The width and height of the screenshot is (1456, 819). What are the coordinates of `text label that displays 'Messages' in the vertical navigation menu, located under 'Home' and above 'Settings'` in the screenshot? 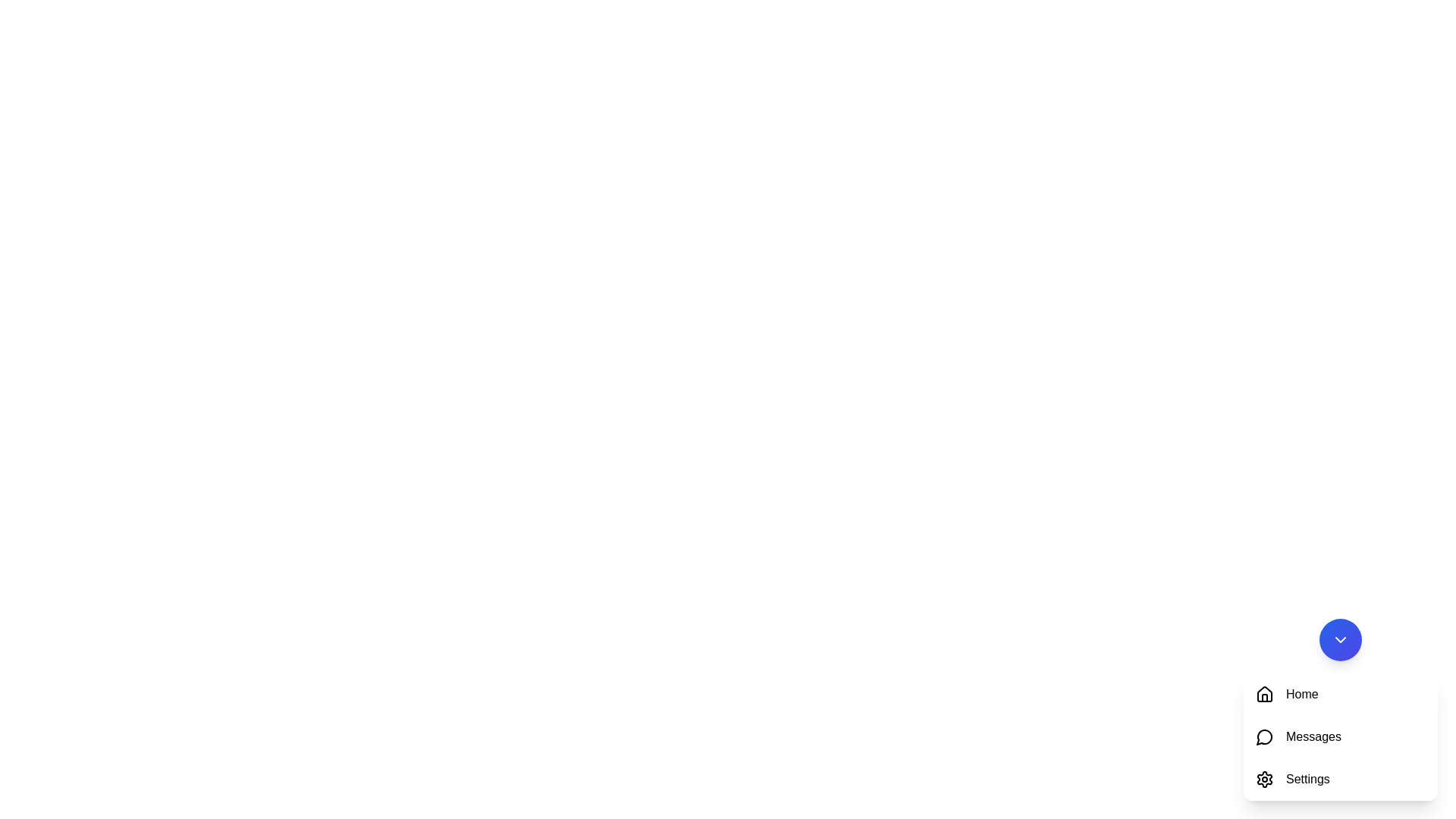 It's located at (1313, 736).